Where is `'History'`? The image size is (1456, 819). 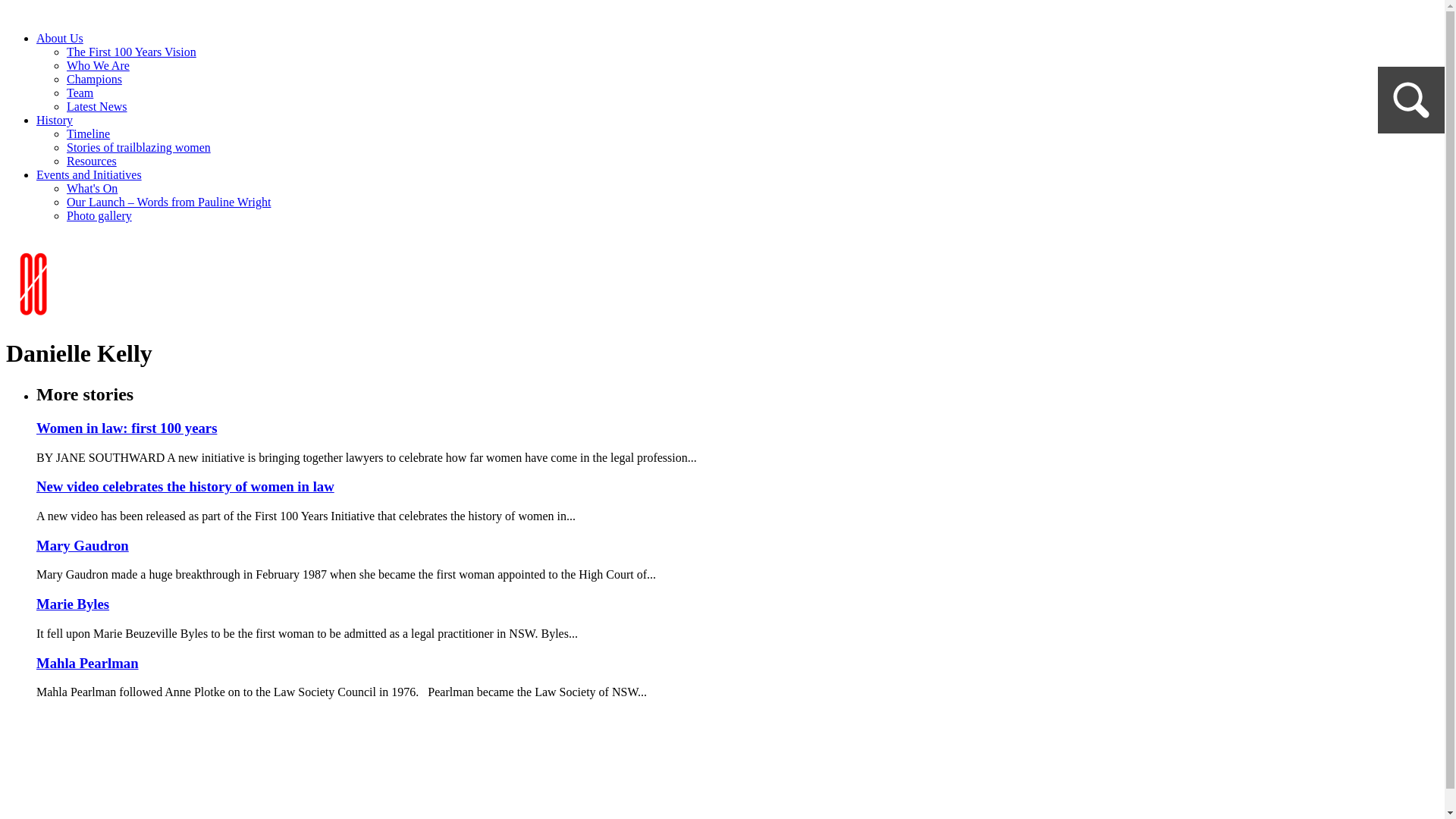
'History' is located at coordinates (55, 119).